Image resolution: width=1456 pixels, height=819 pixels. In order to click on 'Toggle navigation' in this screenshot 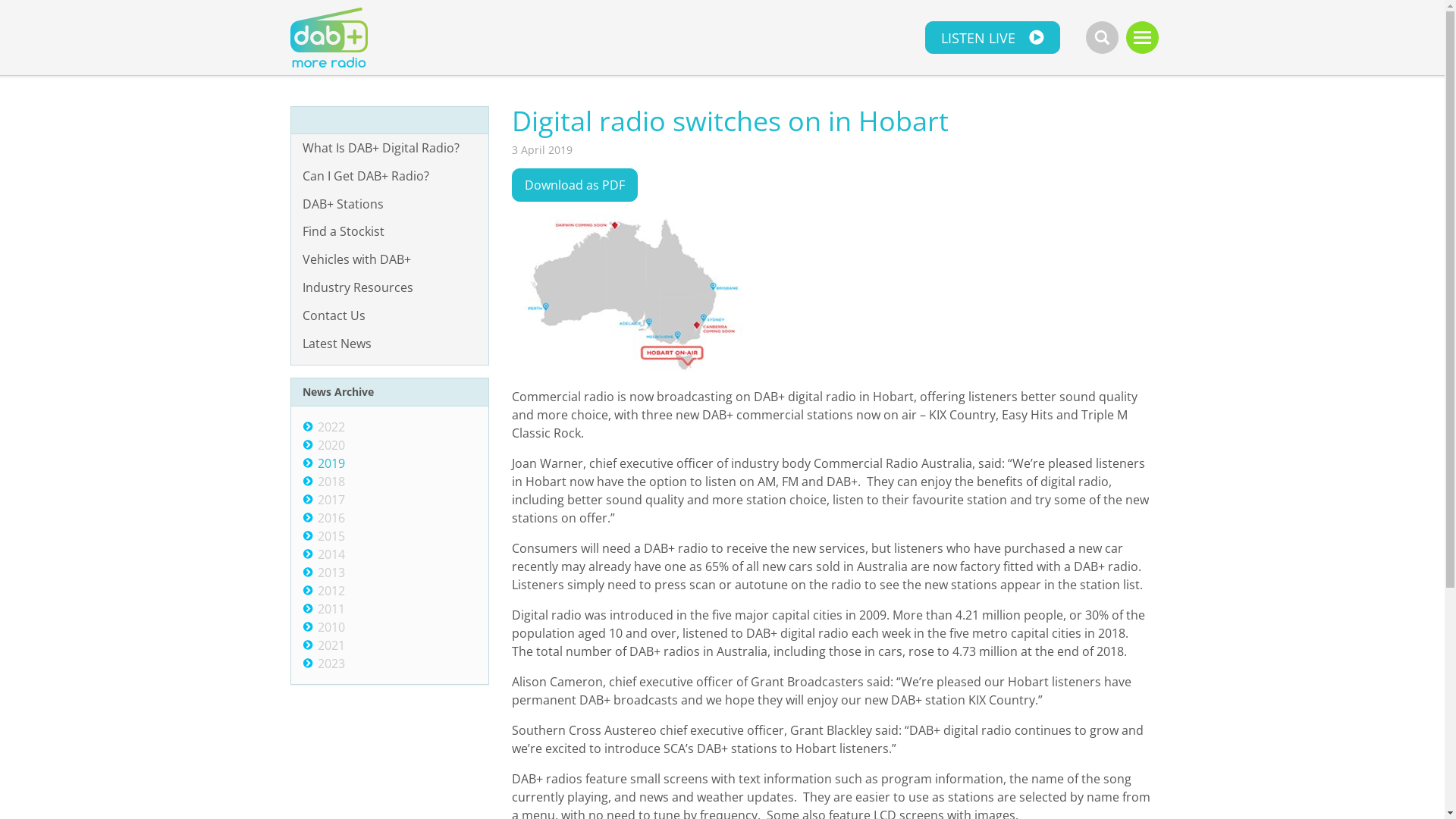, I will do `click(1141, 36)`.